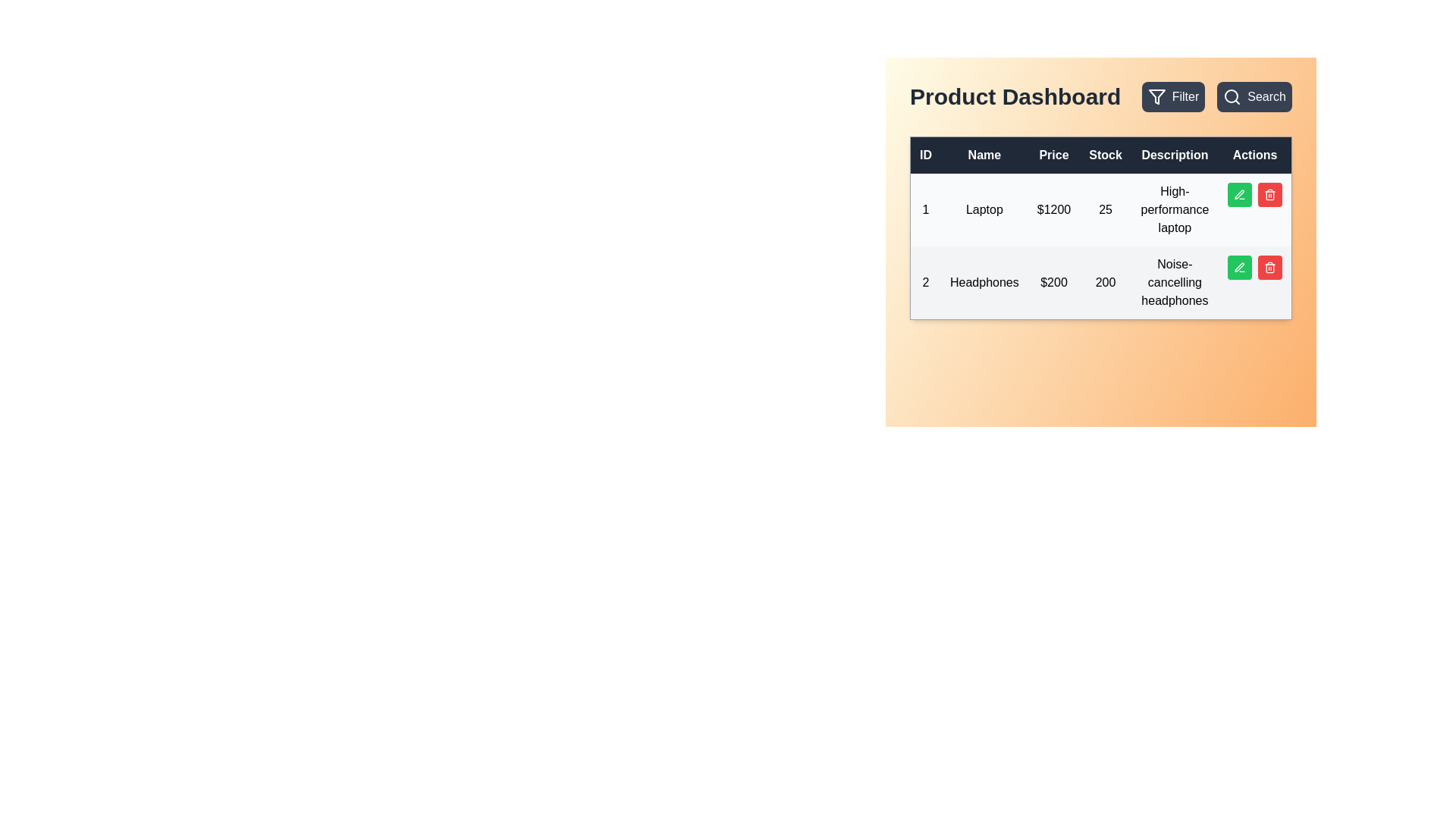 The width and height of the screenshot is (1456, 819). Describe the element at coordinates (1255, 155) in the screenshot. I see `the 'Actions' column header text label, which is the sixth item in the header row of the table, located to the far right after the 'Description' column` at that location.